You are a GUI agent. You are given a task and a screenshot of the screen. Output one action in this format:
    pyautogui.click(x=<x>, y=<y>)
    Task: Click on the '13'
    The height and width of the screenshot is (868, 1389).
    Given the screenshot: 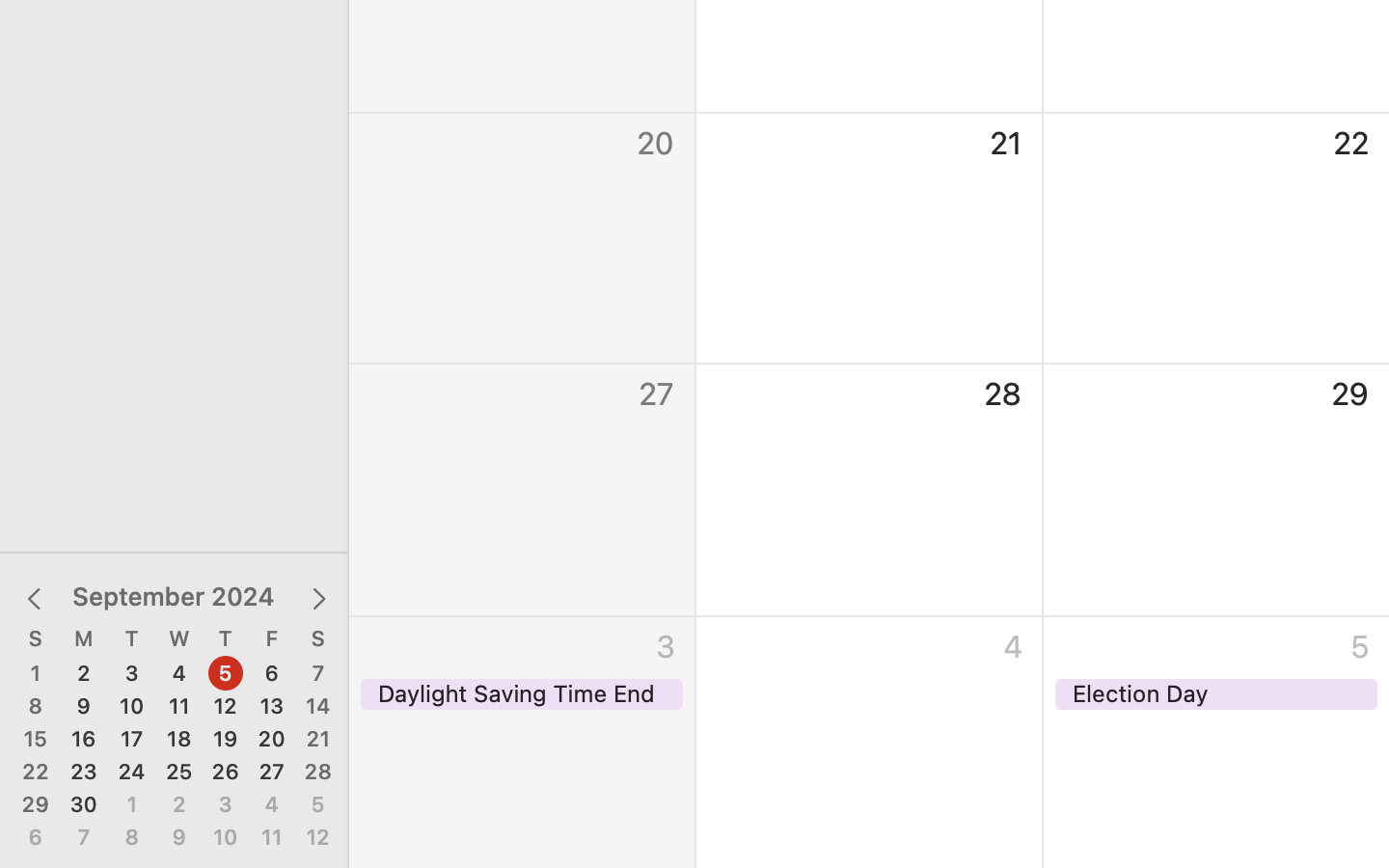 What is the action you would take?
    pyautogui.click(x=270, y=705)
    